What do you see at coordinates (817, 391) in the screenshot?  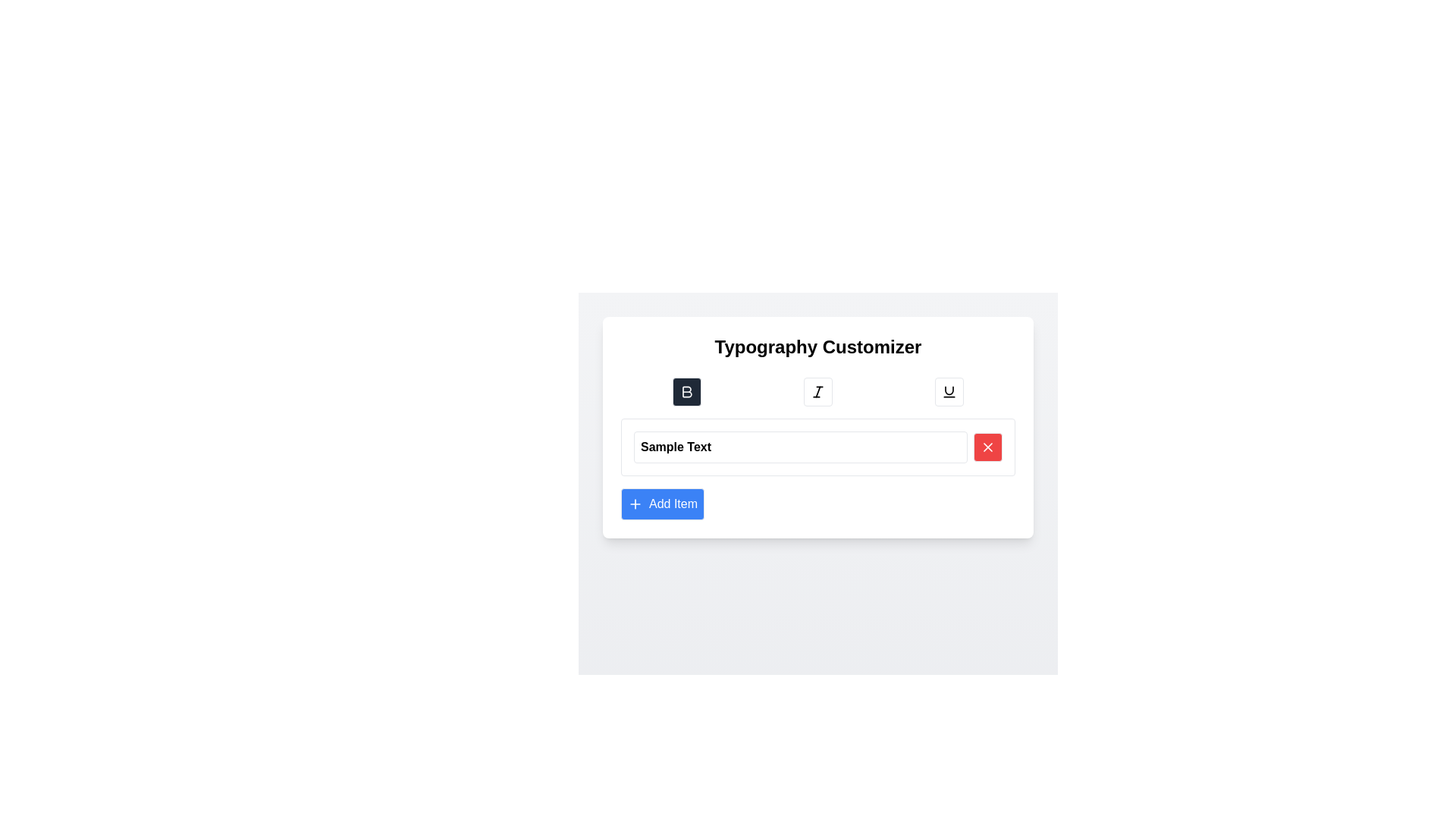 I see `the middle button in the row of three buttons` at bounding box center [817, 391].